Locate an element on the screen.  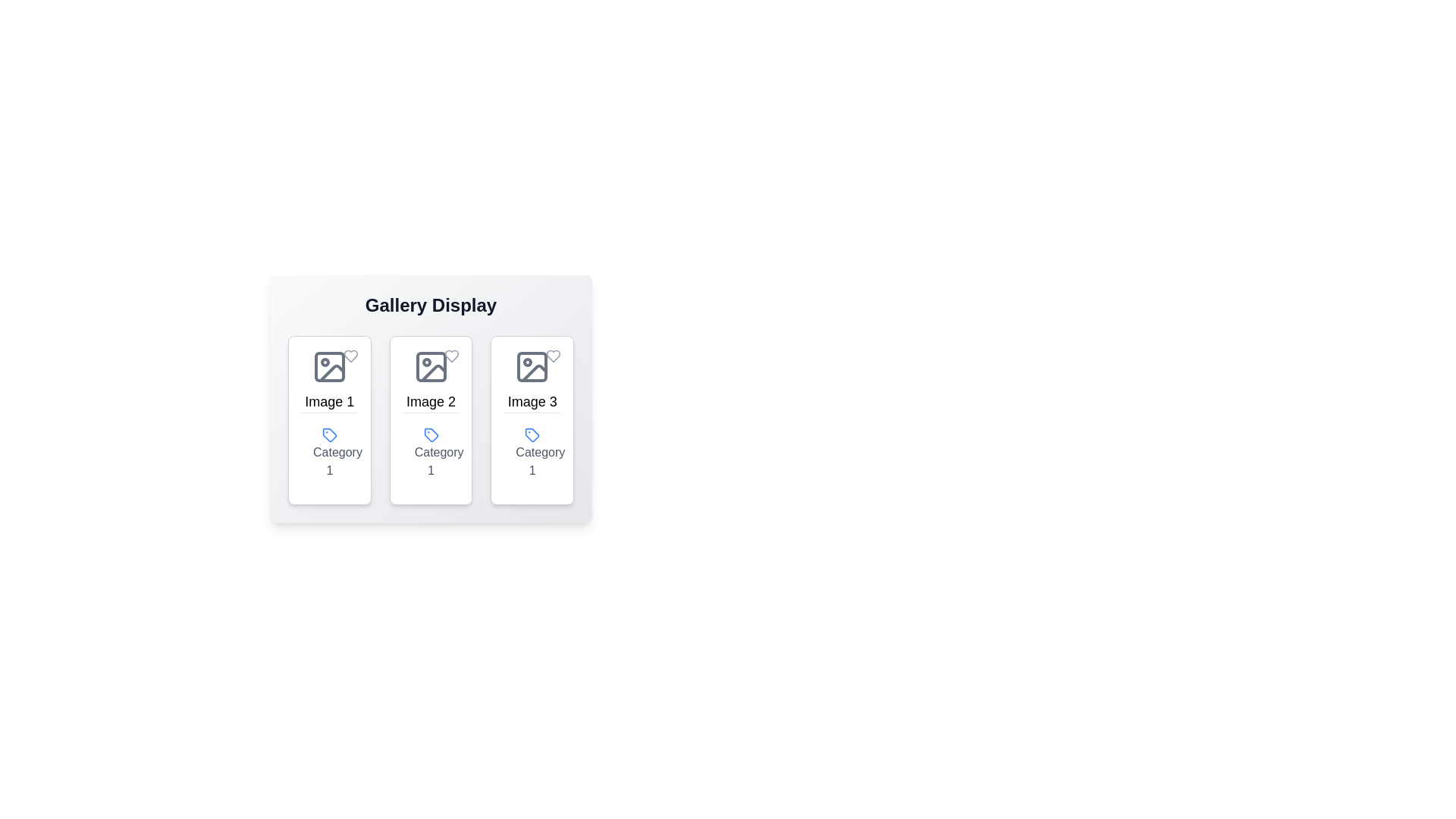
the small blue tag-shaped icon with a thin outline and a central dot, located to the left of the 'Category 1' text in the third column of the 'Gallery Display' section is located at coordinates (532, 435).